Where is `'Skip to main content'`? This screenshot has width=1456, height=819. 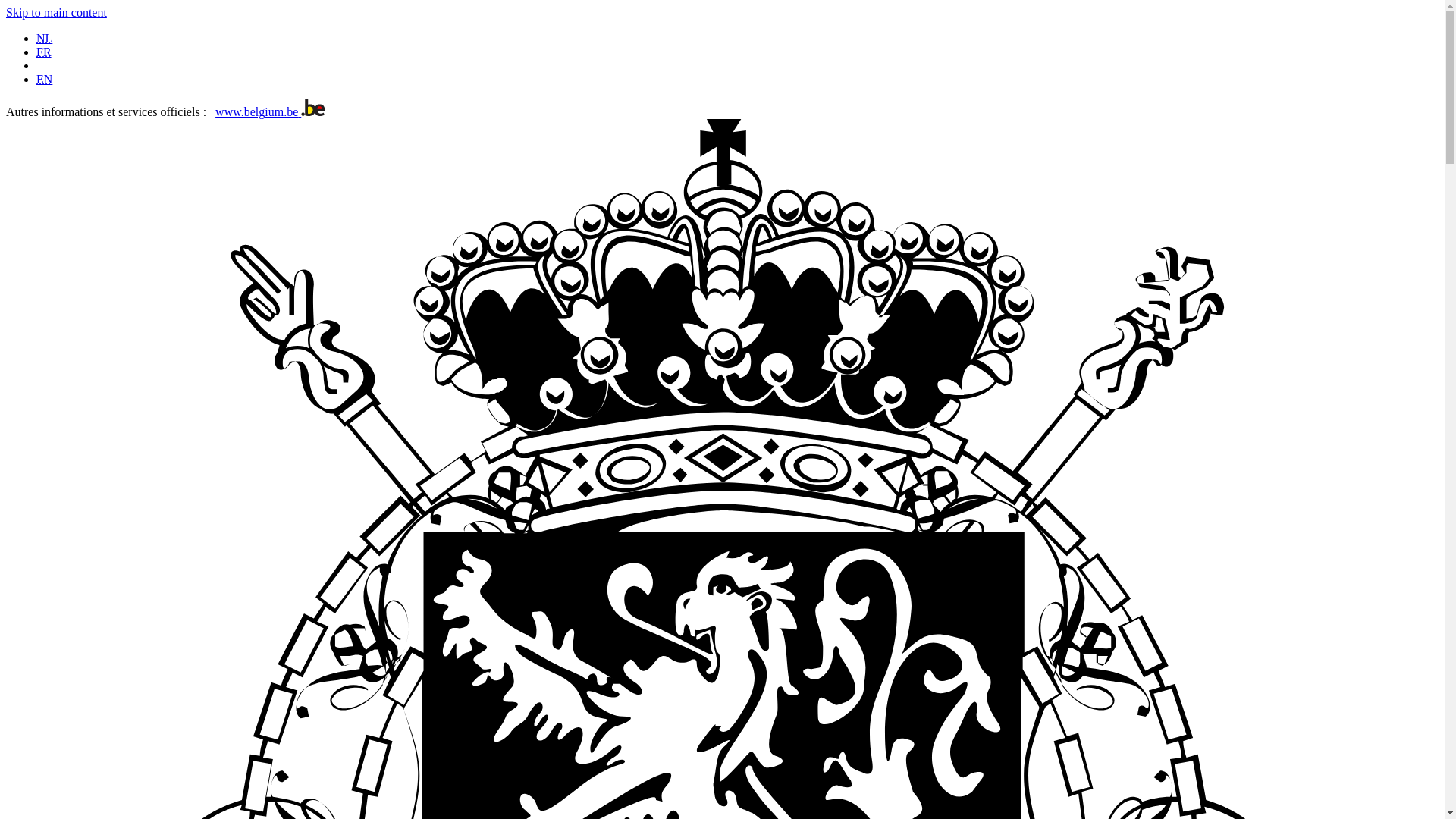 'Skip to main content' is located at coordinates (56, 12).